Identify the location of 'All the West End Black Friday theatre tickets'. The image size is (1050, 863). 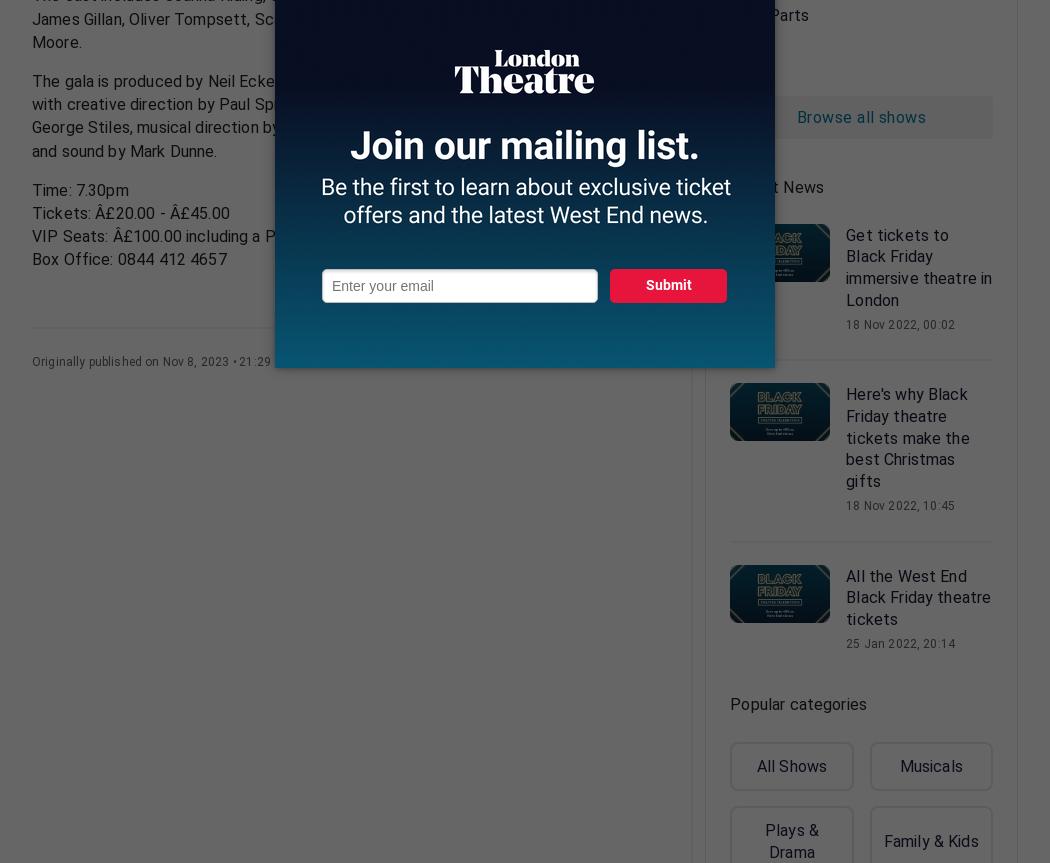
(918, 597).